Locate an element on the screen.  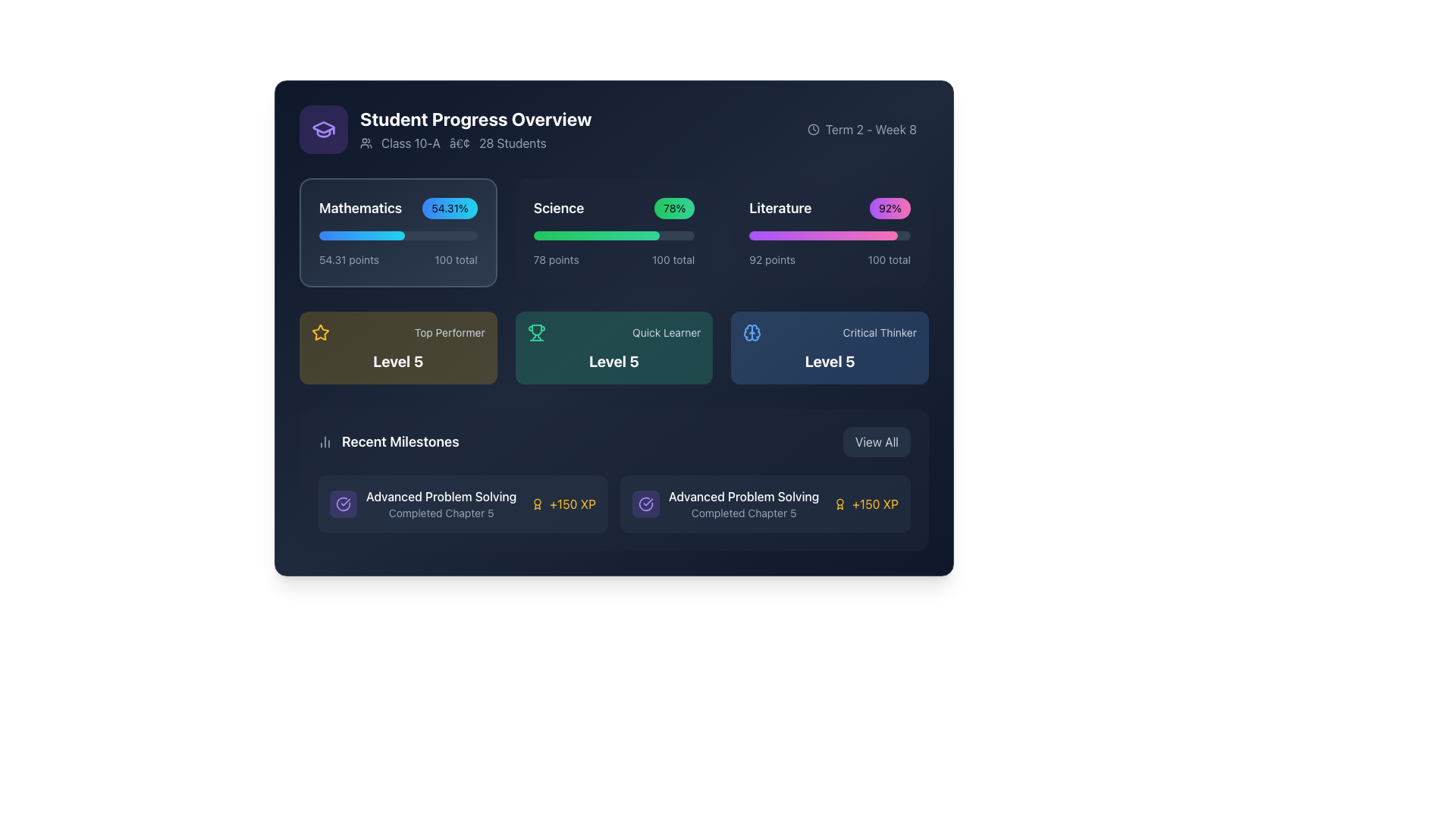
the progress bar with a dark gray background and a gradient filled portion, located within the 'Literature' section of the 'Student Progress Overview' card, positioned below the text 'Literature' and above '92 points100 total' is located at coordinates (829, 236).